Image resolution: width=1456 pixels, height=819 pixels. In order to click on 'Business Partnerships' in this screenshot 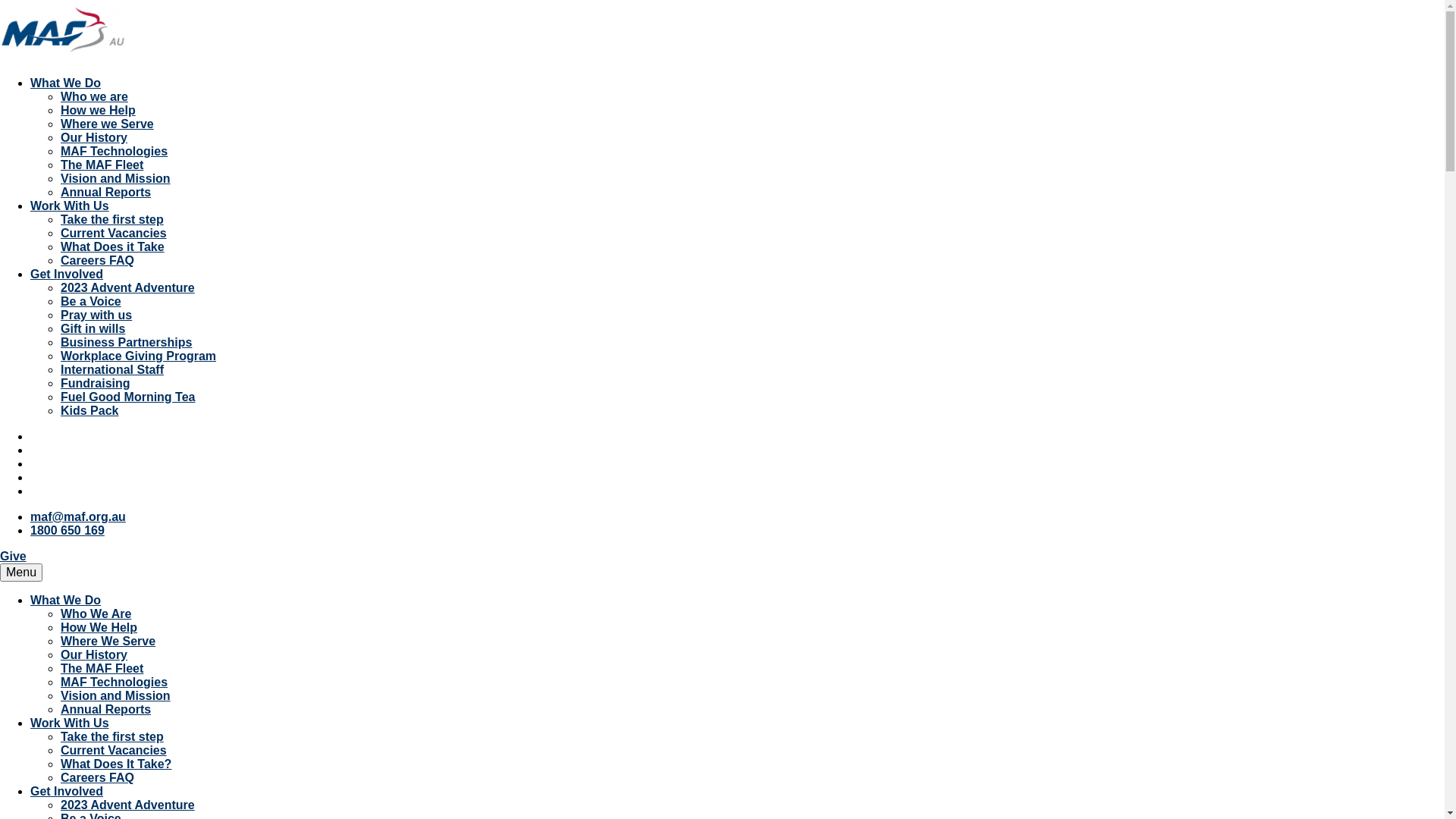, I will do `click(61, 342)`.